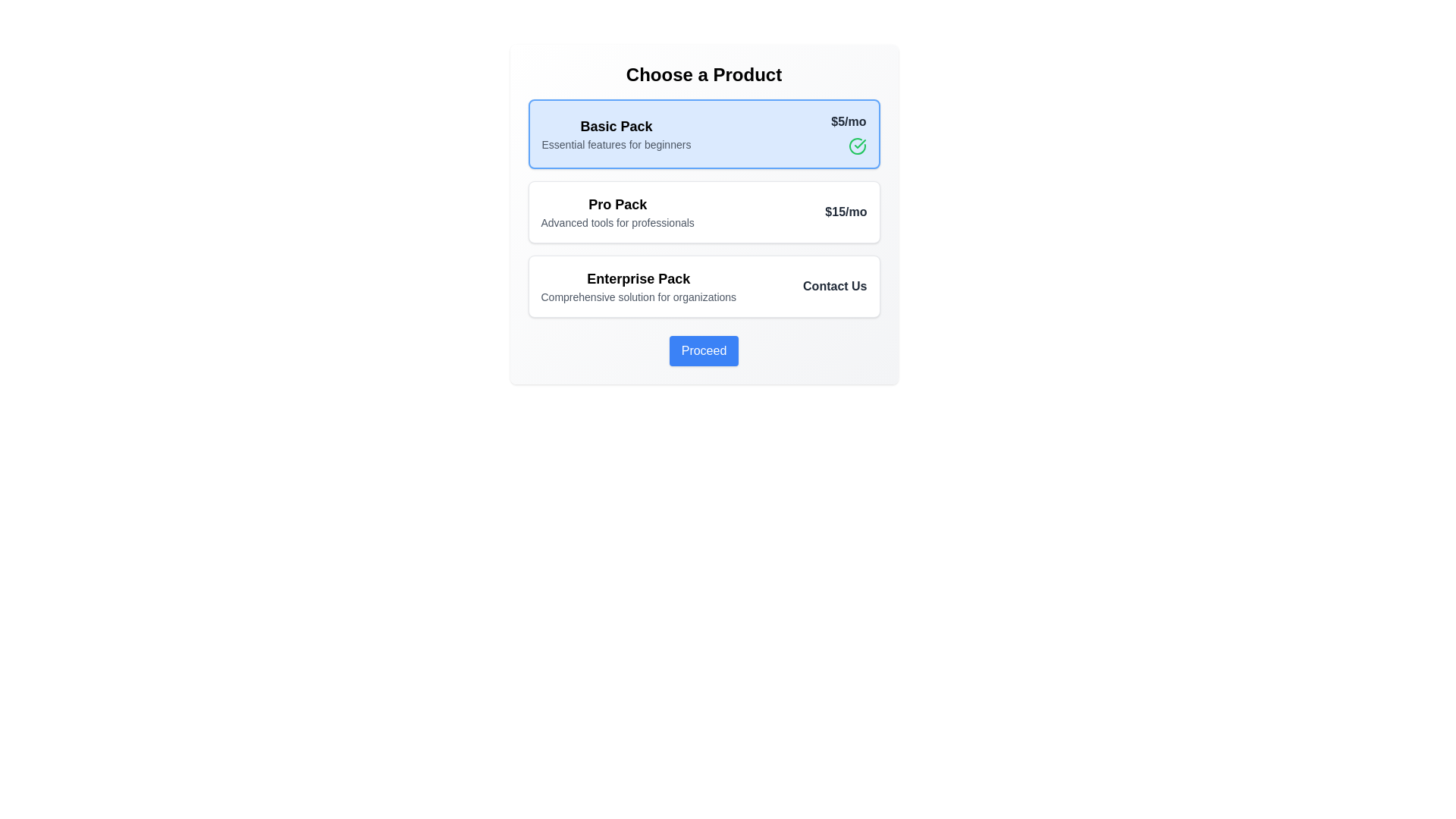  Describe the element at coordinates (639, 297) in the screenshot. I see `the descriptive text element located below the 'Enterprise Pack' title in the third card of the vertical stack` at that location.